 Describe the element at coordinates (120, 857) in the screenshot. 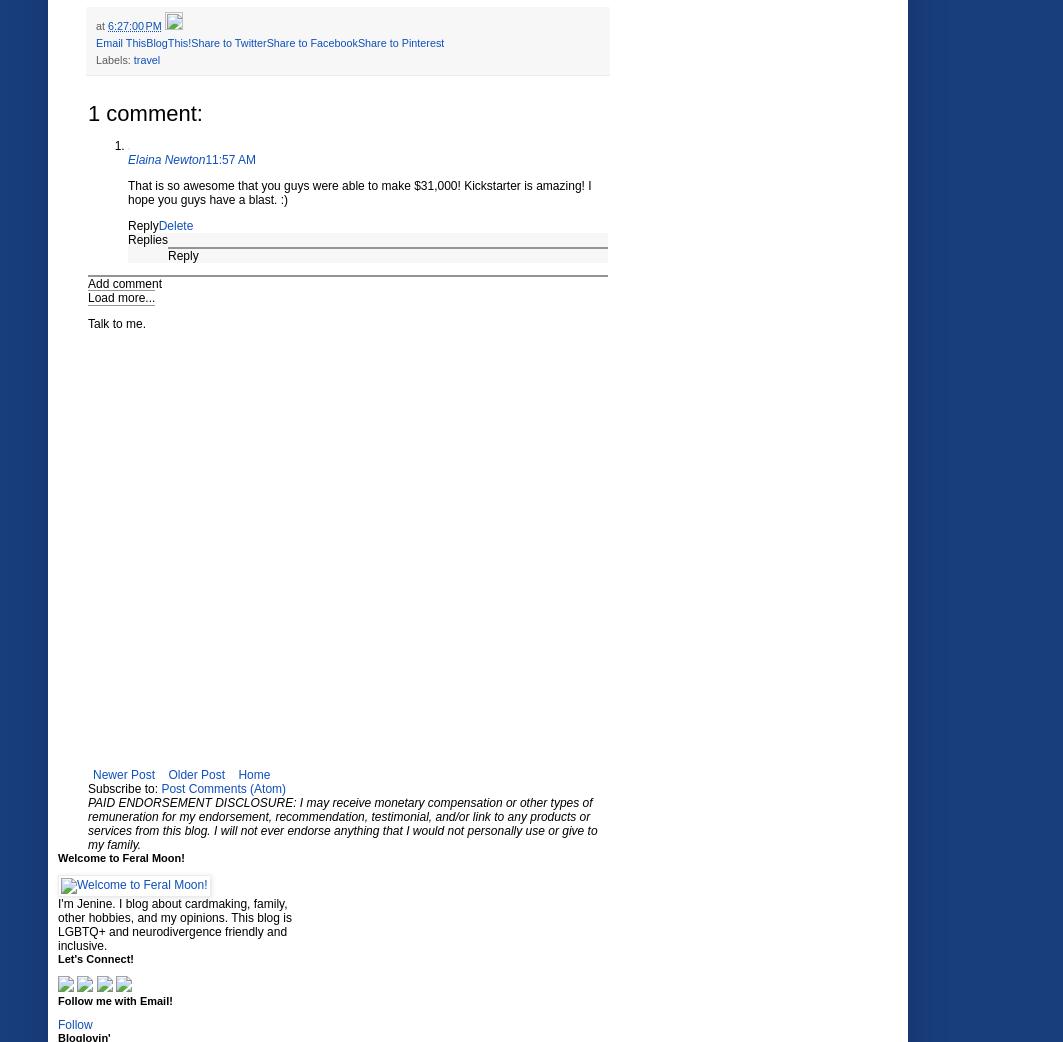

I see `'Welcome to Feral Moon!'` at that location.